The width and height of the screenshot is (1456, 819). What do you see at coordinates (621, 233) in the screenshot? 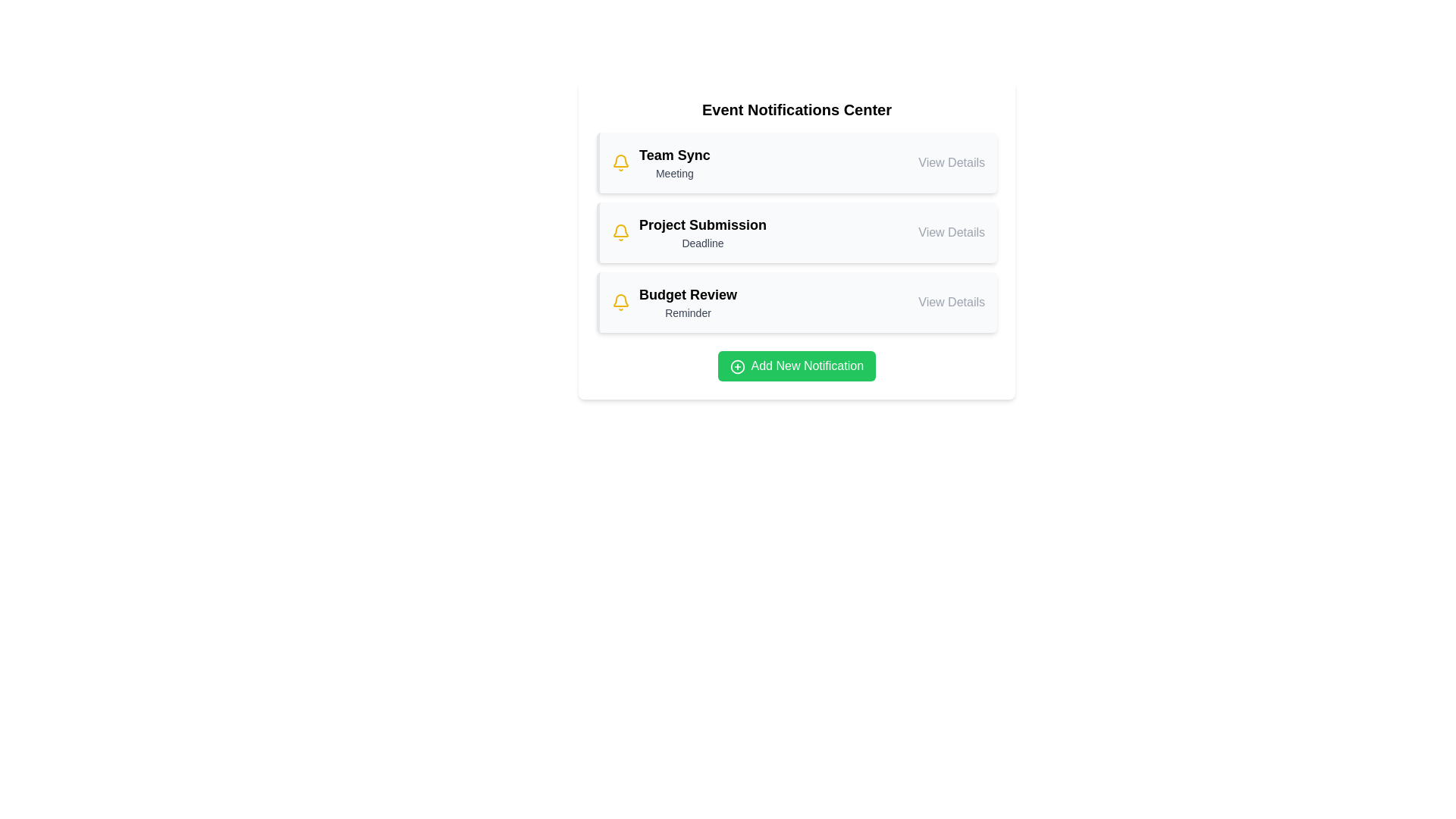
I see `the yellow bell-shaped SVG icon located next to the 'Project Submission' text in the 'Project Submission' card` at bounding box center [621, 233].